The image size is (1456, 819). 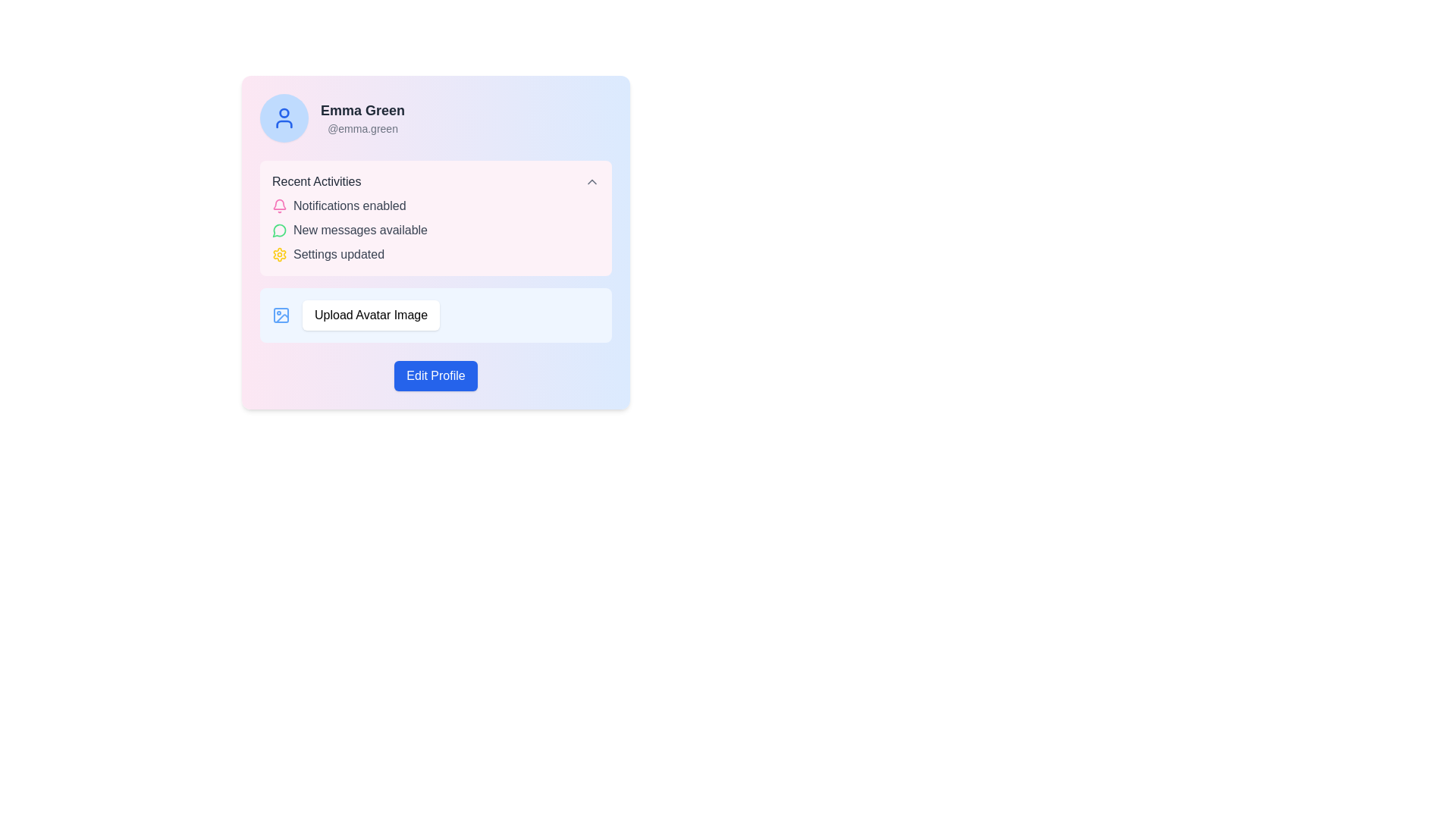 I want to click on the 'Edit Profile' button, which has a blue background and white text, located at the bottom of the user information card, so click(x=435, y=375).